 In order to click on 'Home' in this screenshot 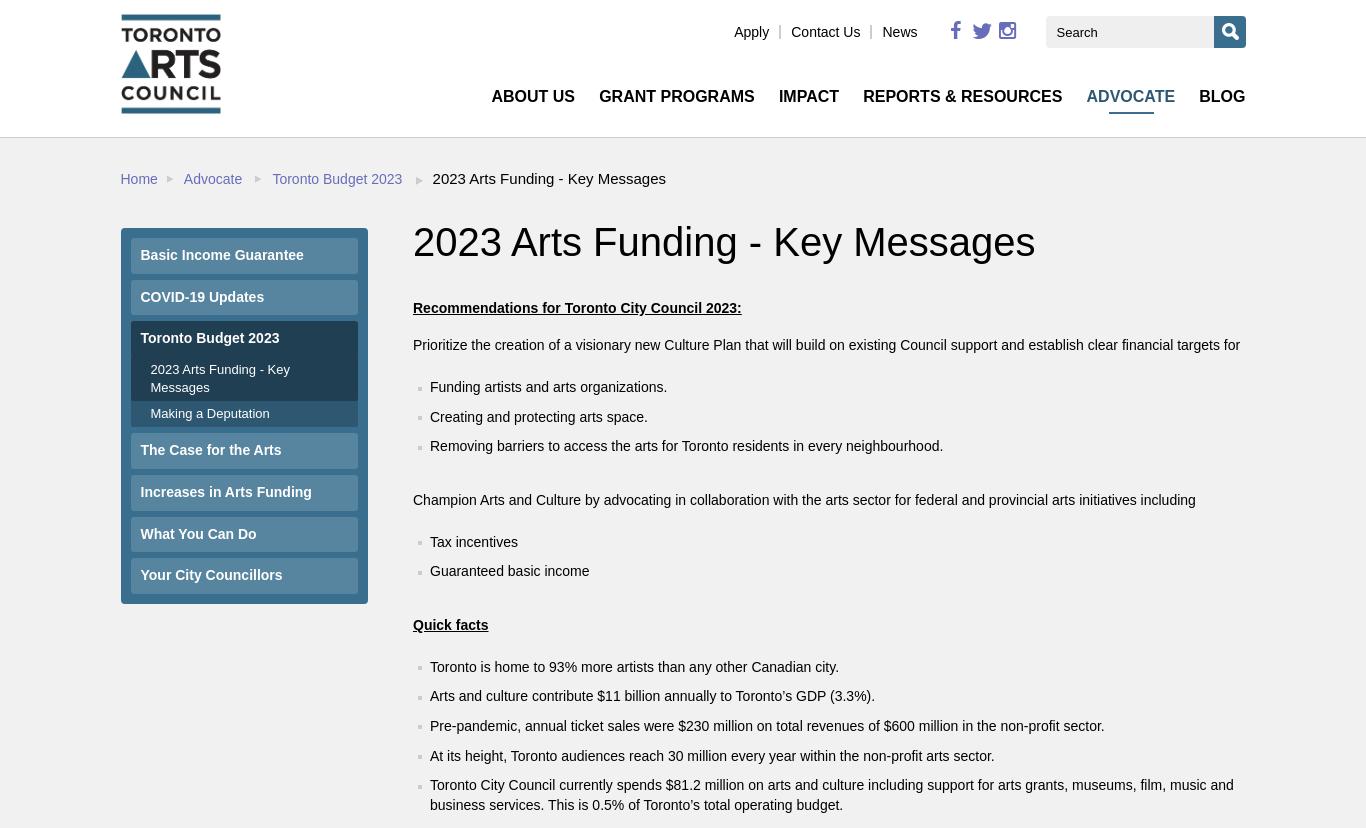, I will do `click(137, 178)`.